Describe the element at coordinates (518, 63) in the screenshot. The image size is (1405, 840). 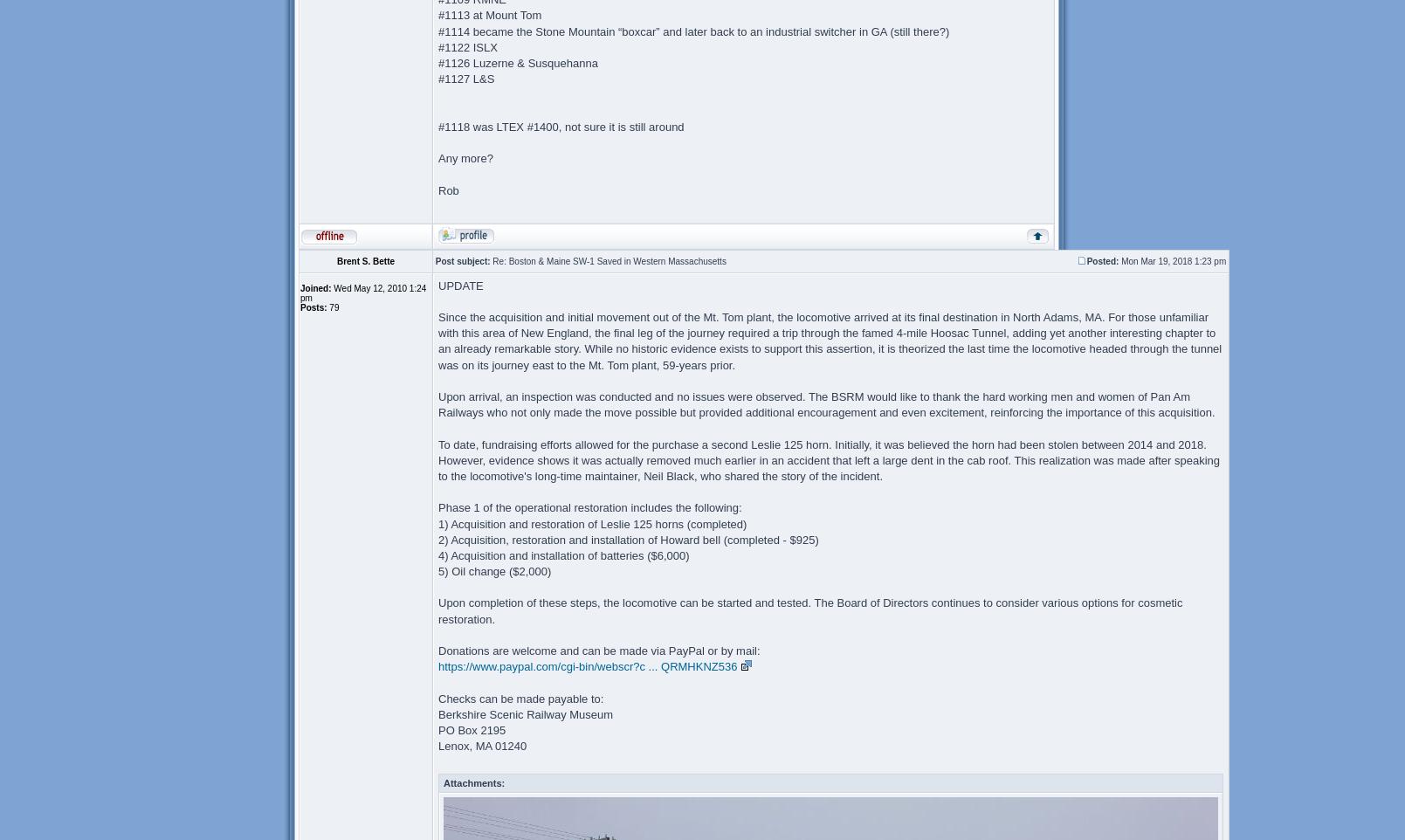
I see `'#1126 Luzerne & Susquehanna'` at that location.